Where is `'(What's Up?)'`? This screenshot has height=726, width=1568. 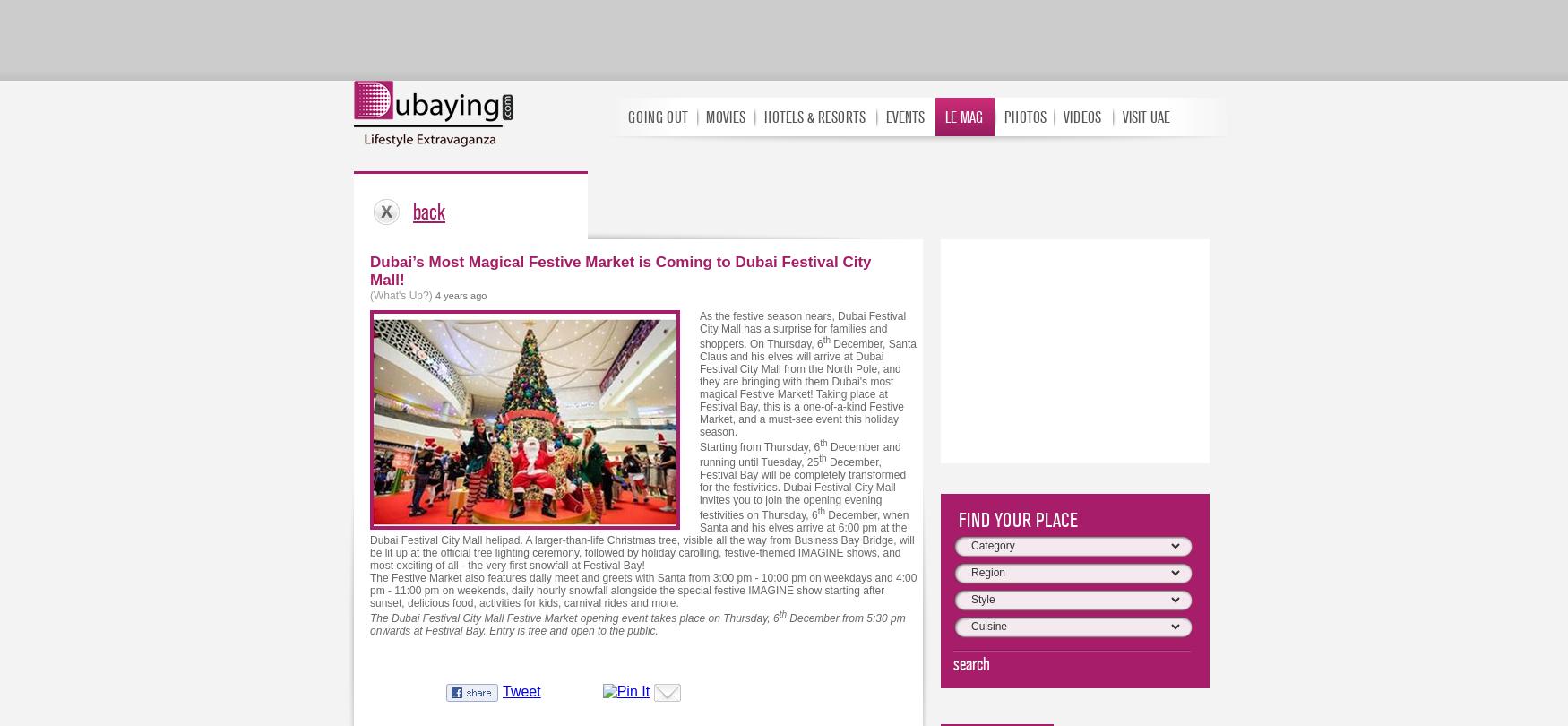 '(What's Up?)' is located at coordinates (402, 294).